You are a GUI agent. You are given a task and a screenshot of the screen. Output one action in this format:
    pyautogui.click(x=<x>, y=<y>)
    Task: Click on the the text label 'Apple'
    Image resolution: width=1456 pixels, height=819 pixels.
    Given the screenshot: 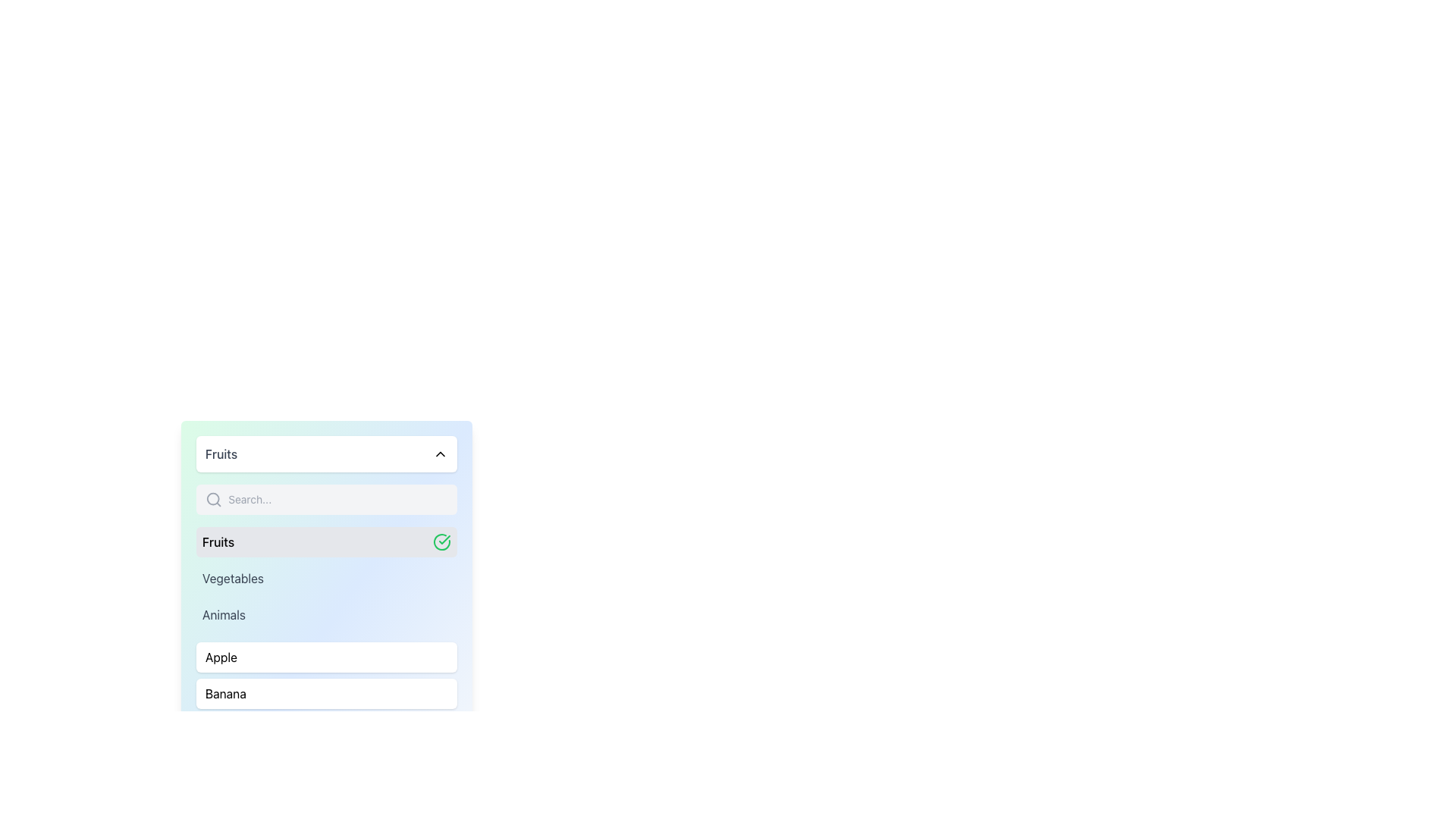 What is the action you would take?
    pyautogui.click(x=221, y=657)
    